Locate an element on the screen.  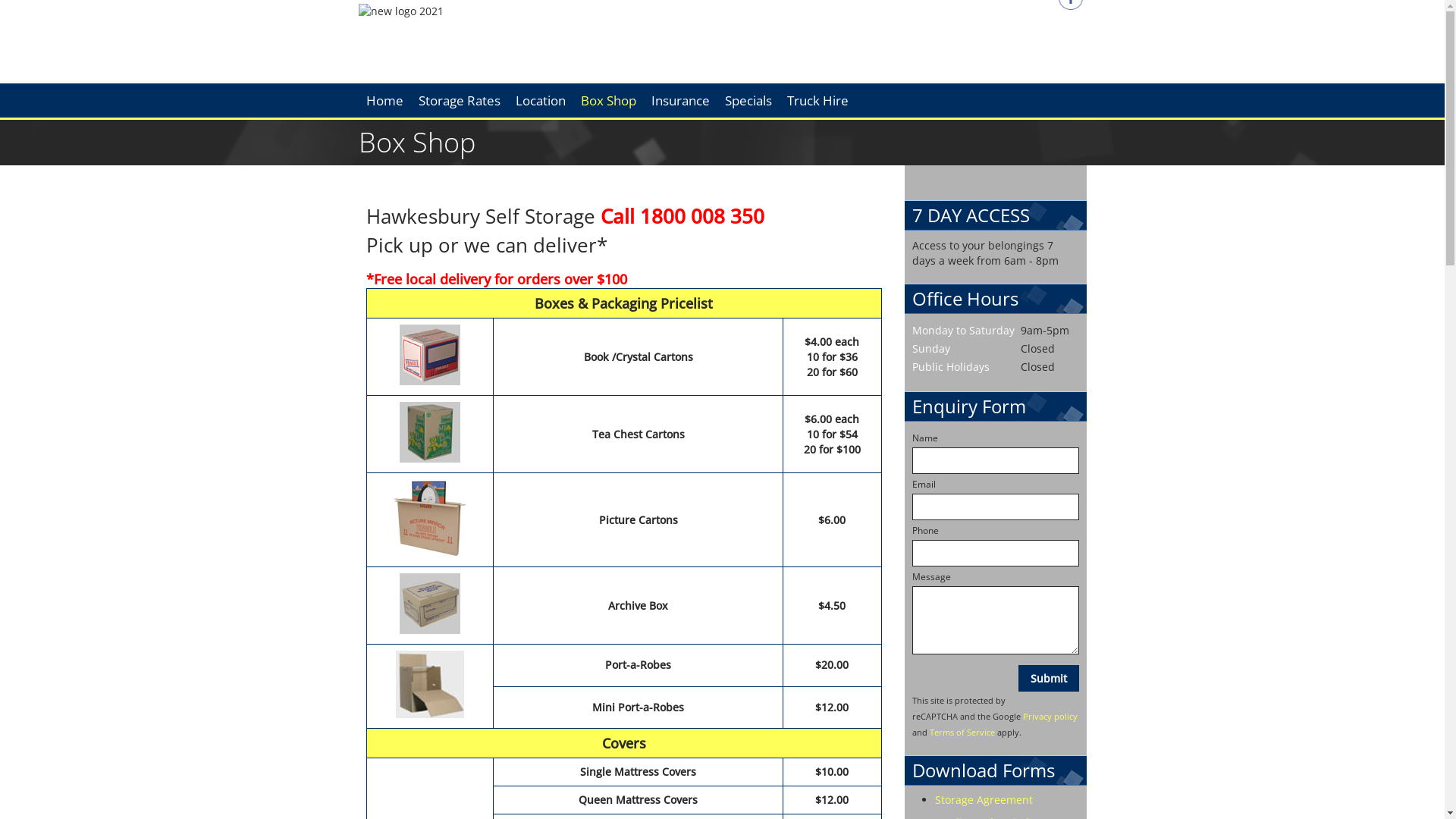
'Location' is located at coordinates (541, 100).